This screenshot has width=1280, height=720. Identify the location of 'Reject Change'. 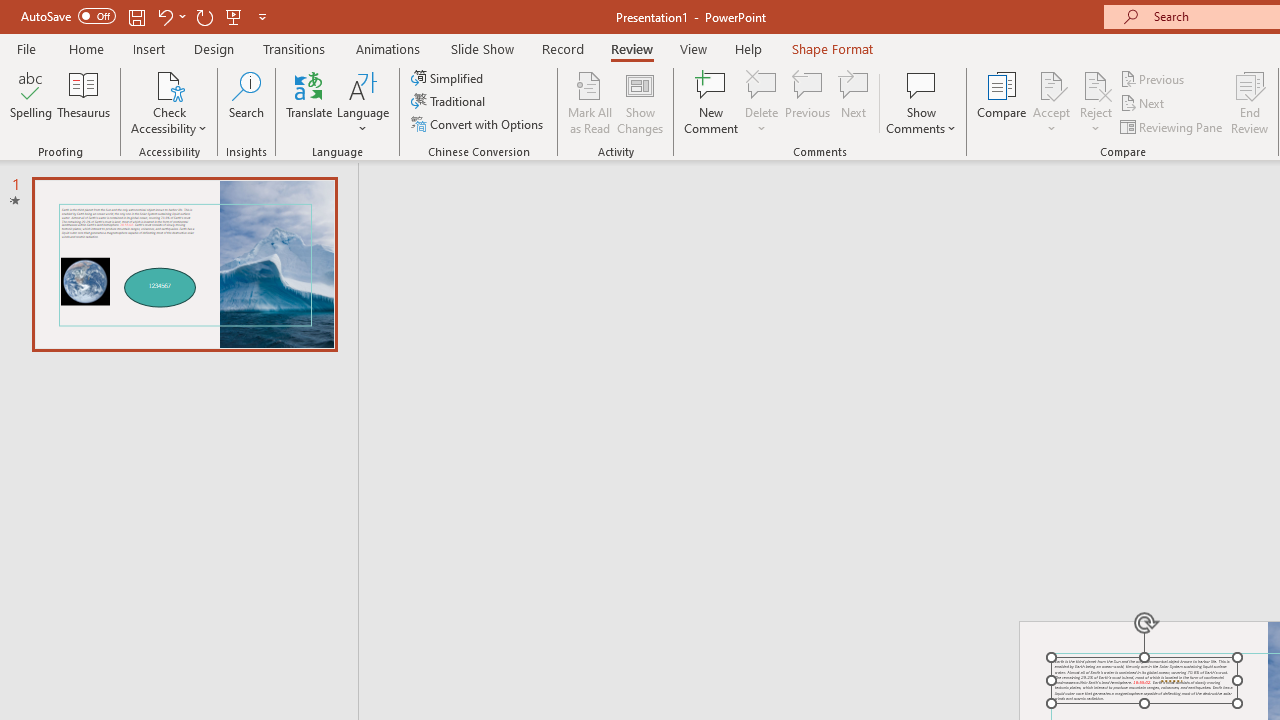
(1095, 84).